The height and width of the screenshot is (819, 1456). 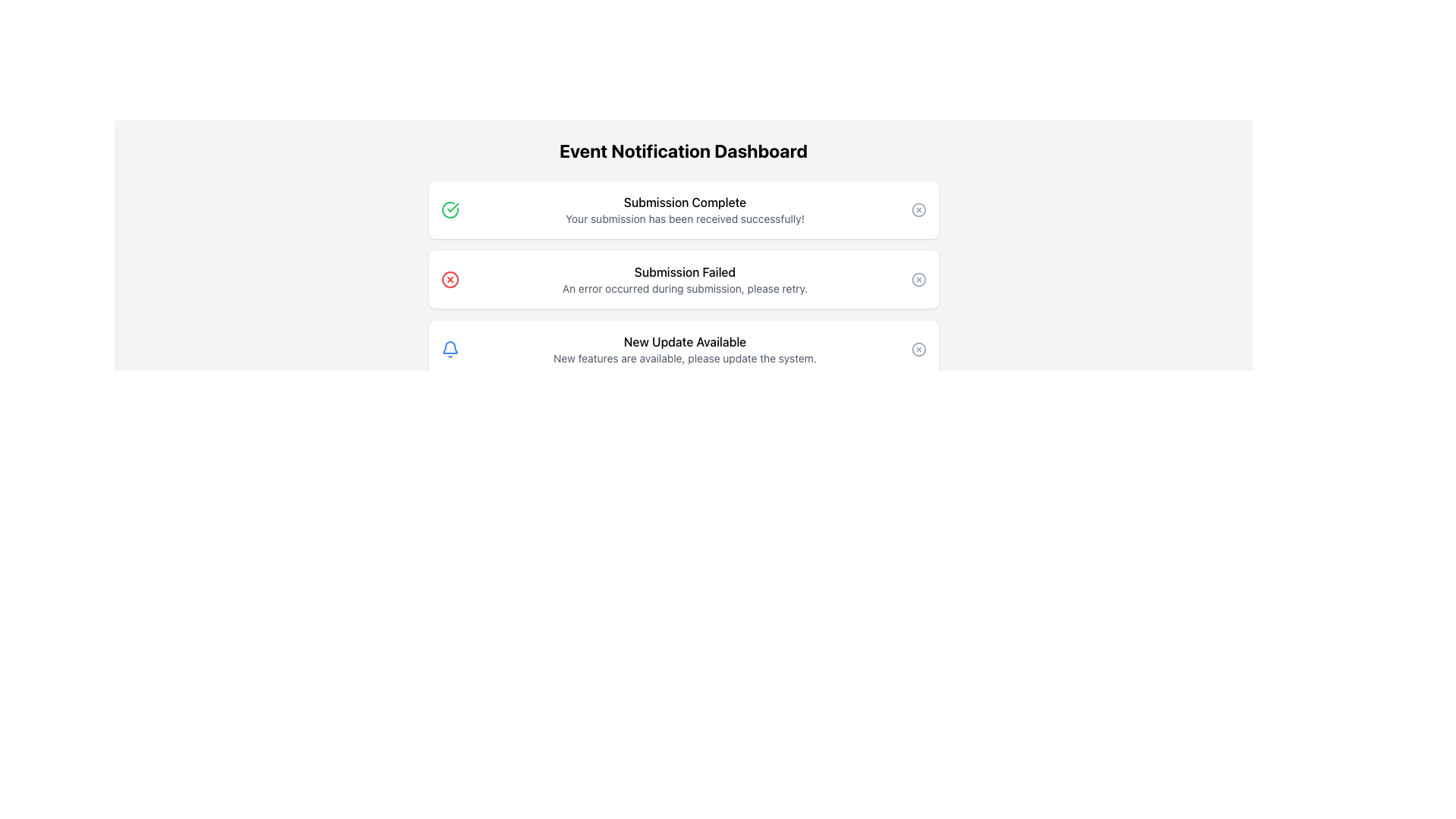 What do you see at coordinates (684, 350) in the screenshot?
I see `the textual notification block displaying 'New Update Available' and its description 'New features are available, please update the system.'` at bounding box center [684, 350].